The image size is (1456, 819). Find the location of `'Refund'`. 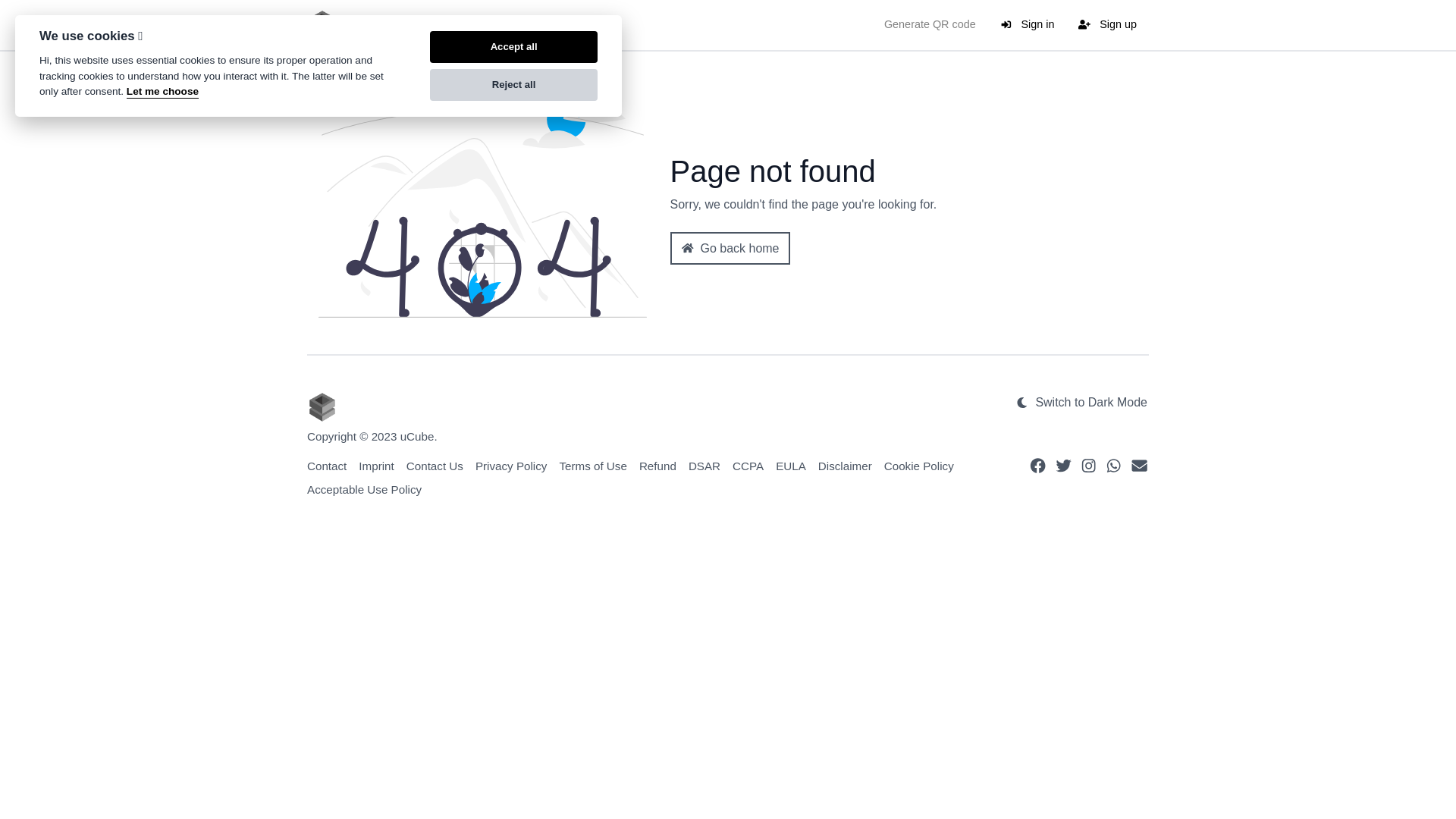

'Refund' is located at coordinates (639, 465).